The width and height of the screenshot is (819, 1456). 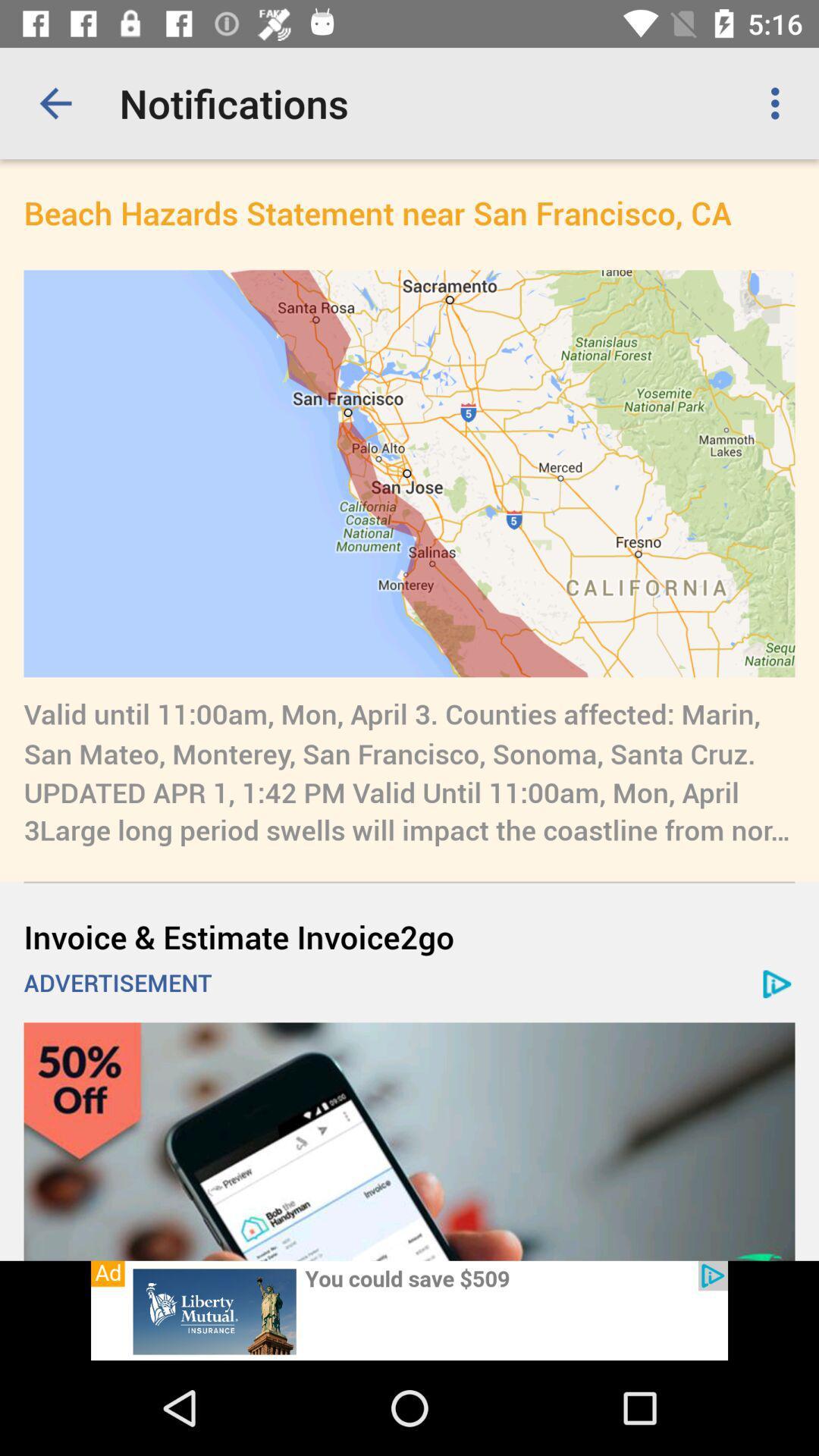 What do you see at coordinates (409, 1310) in the screenshot?
I see `open advertisement` at bounding box center [409, 1310].